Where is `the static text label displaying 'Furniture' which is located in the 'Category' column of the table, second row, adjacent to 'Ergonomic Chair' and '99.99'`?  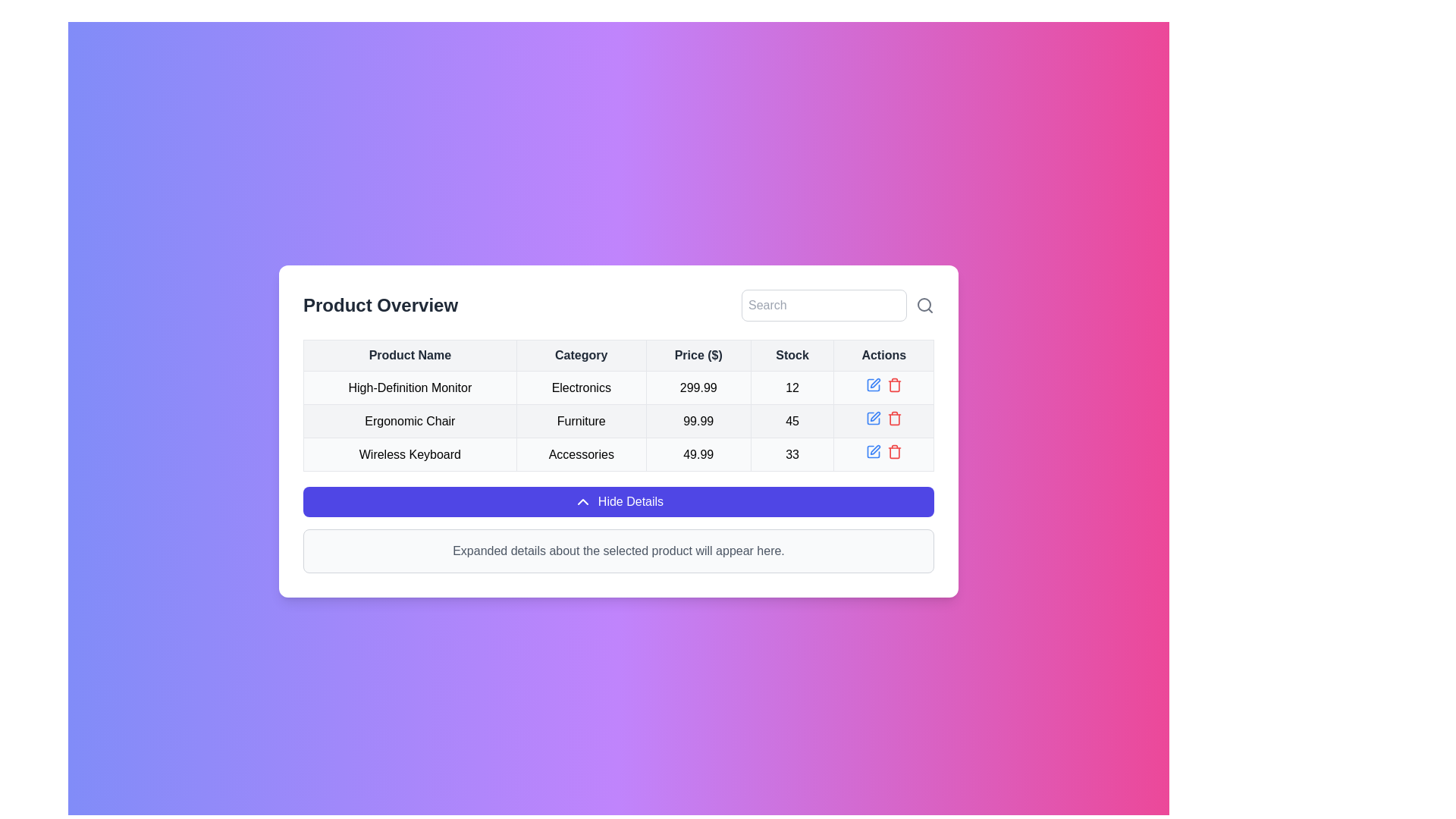
the static text label displaying 'Furniture' which is located in the 'Category' column of the table, second row, adjacent to 'Ergonomic Chair' and '99.99' is located at coordinates (580, 421).